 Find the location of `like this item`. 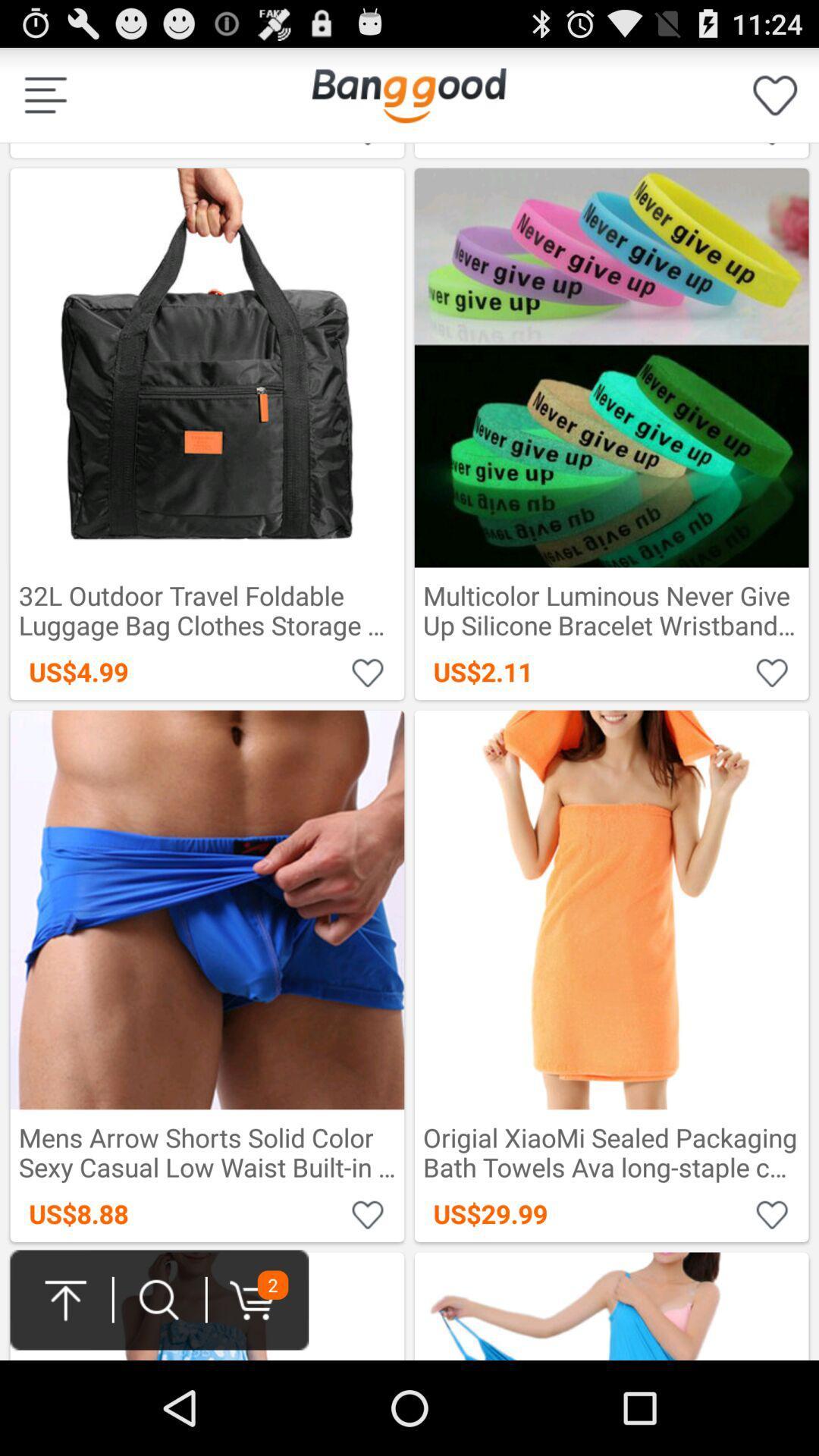

like this item is located at coordinates (368, 146).